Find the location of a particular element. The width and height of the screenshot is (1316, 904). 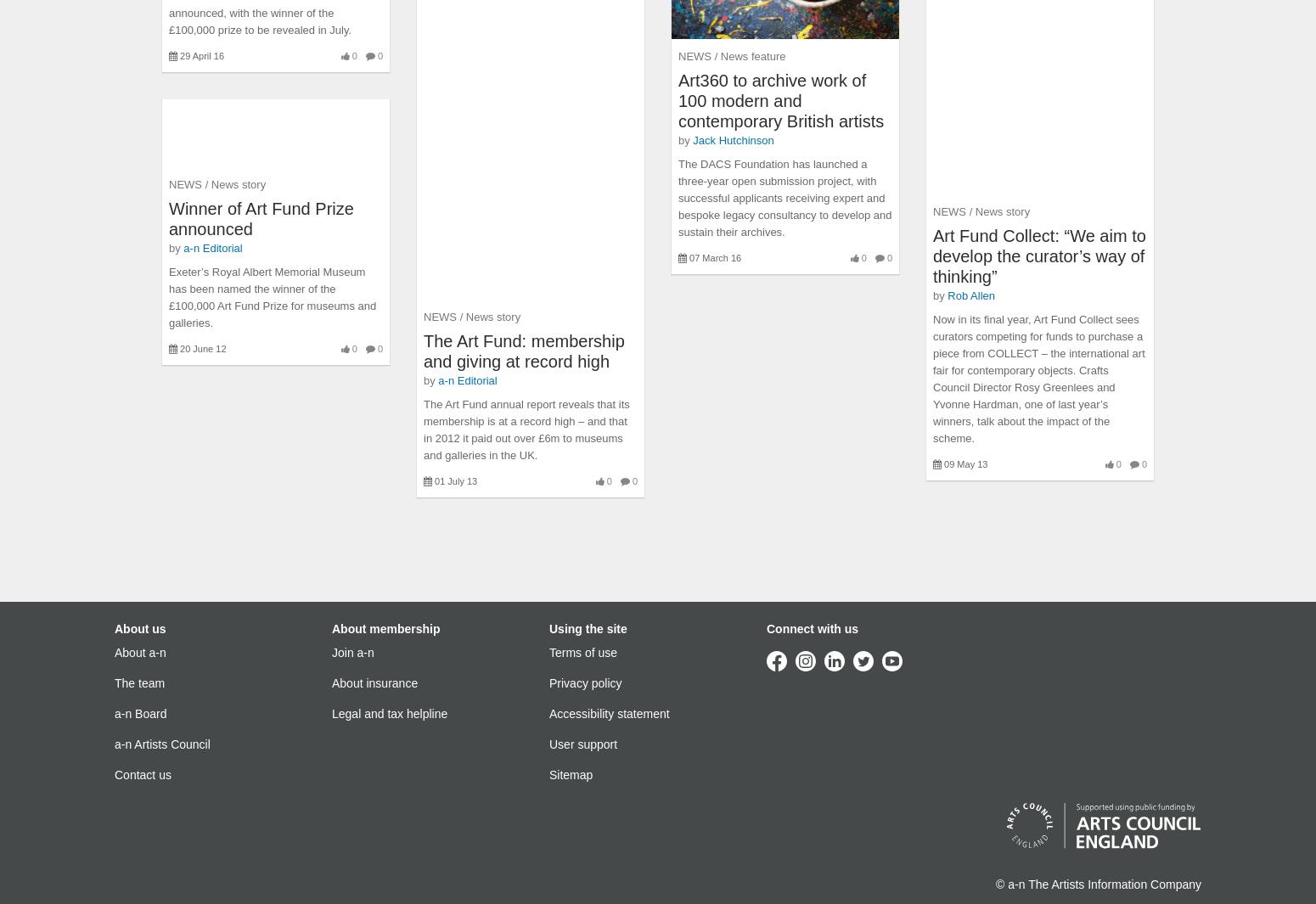

'Connect with us' is located at coordinates (811, 629).